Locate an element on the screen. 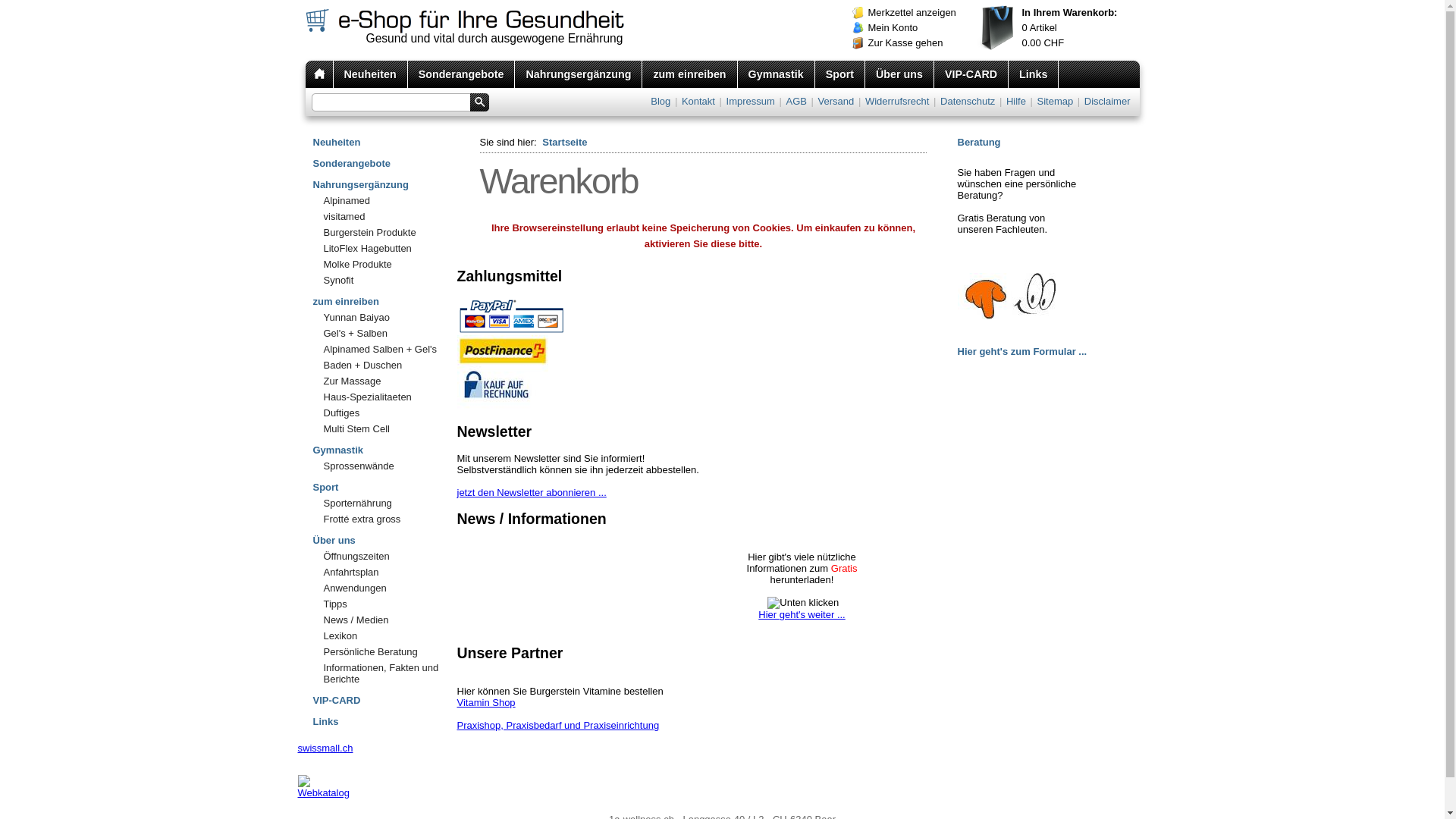  'Gel's + Salben' is located at coordinates (384, 332).